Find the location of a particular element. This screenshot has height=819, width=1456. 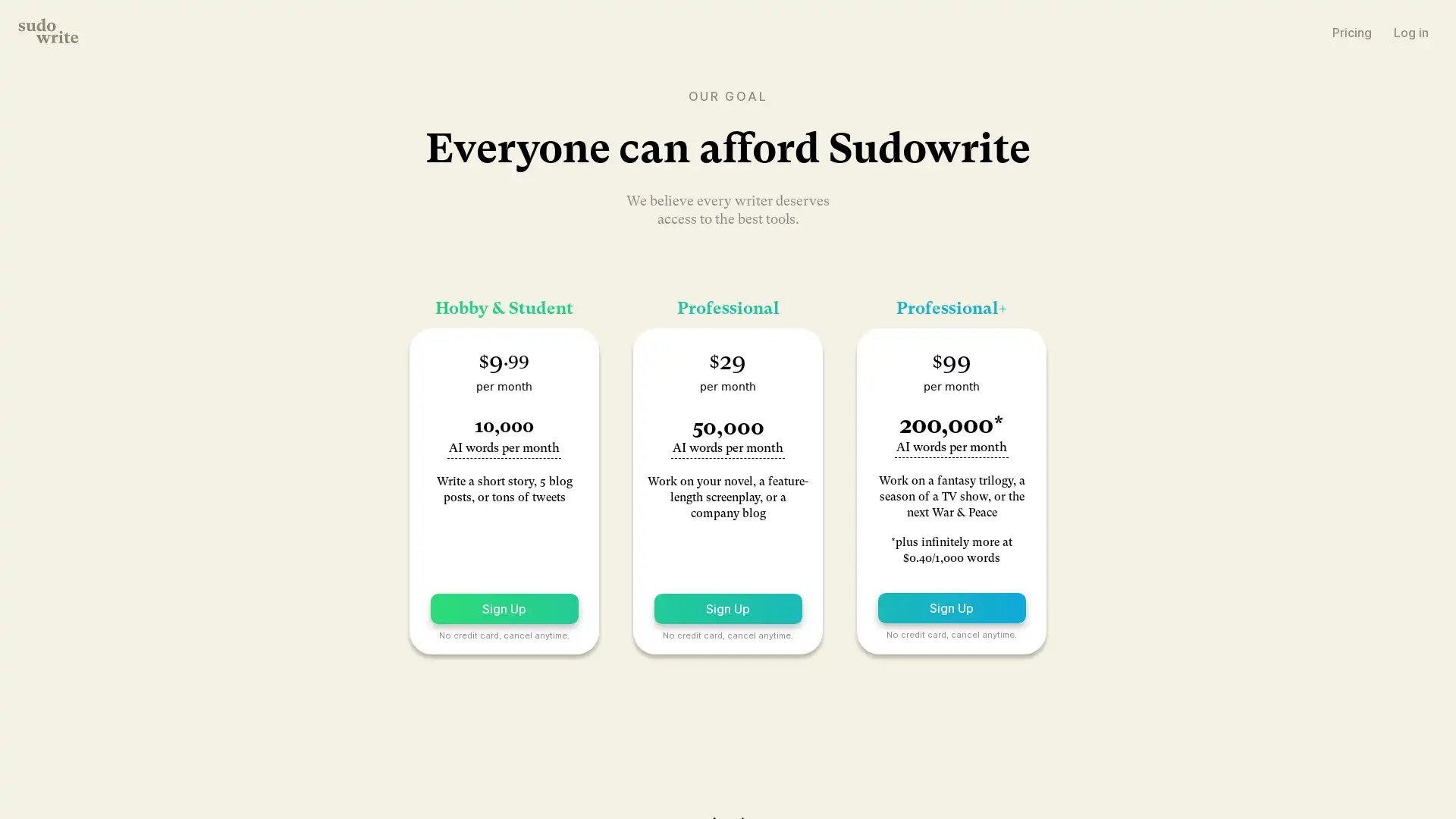

Sign Up is located at coordinates (504, 607).